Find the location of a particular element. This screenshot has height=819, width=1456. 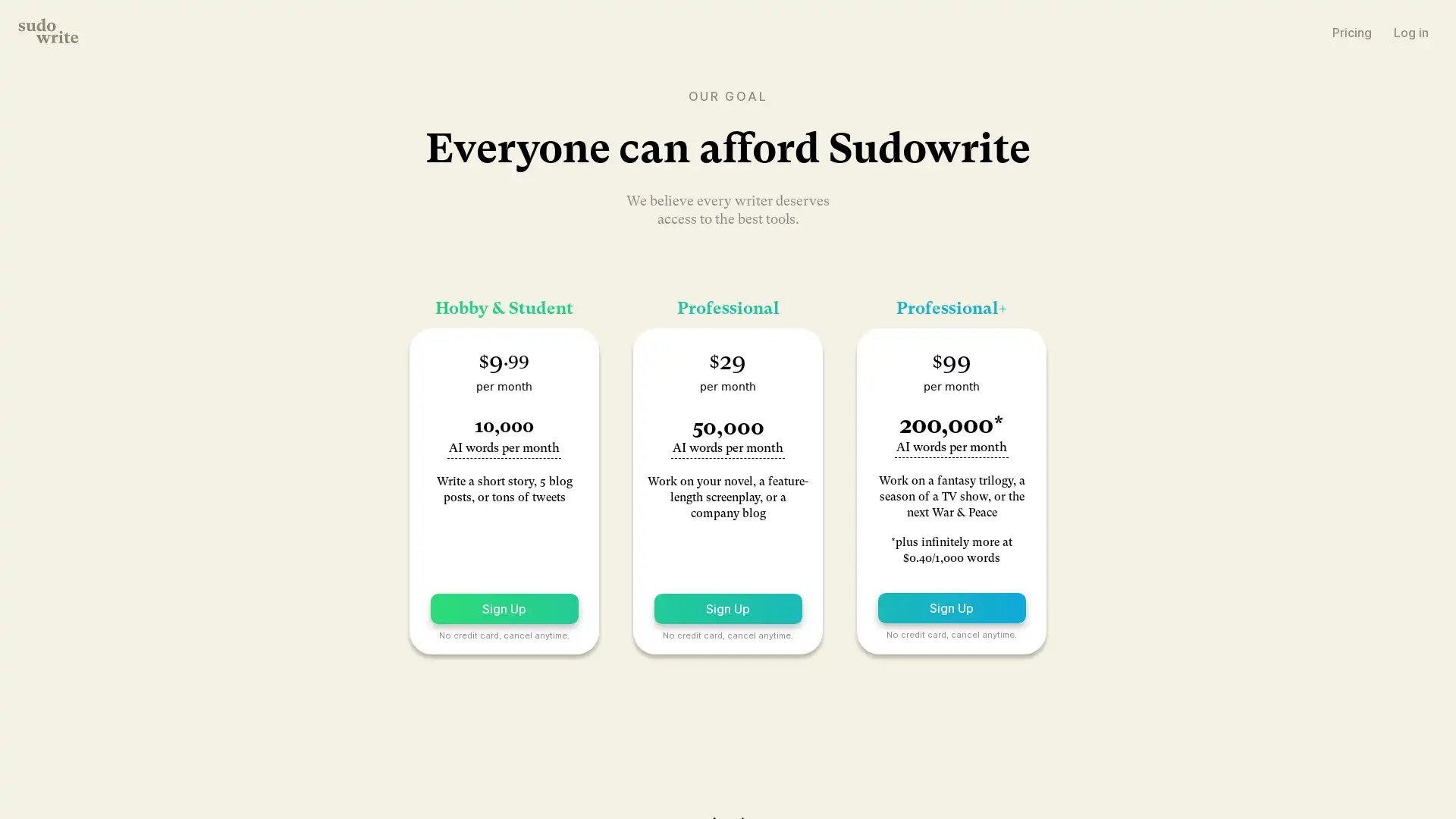

Sign Up is located at coordinates (504, 607).